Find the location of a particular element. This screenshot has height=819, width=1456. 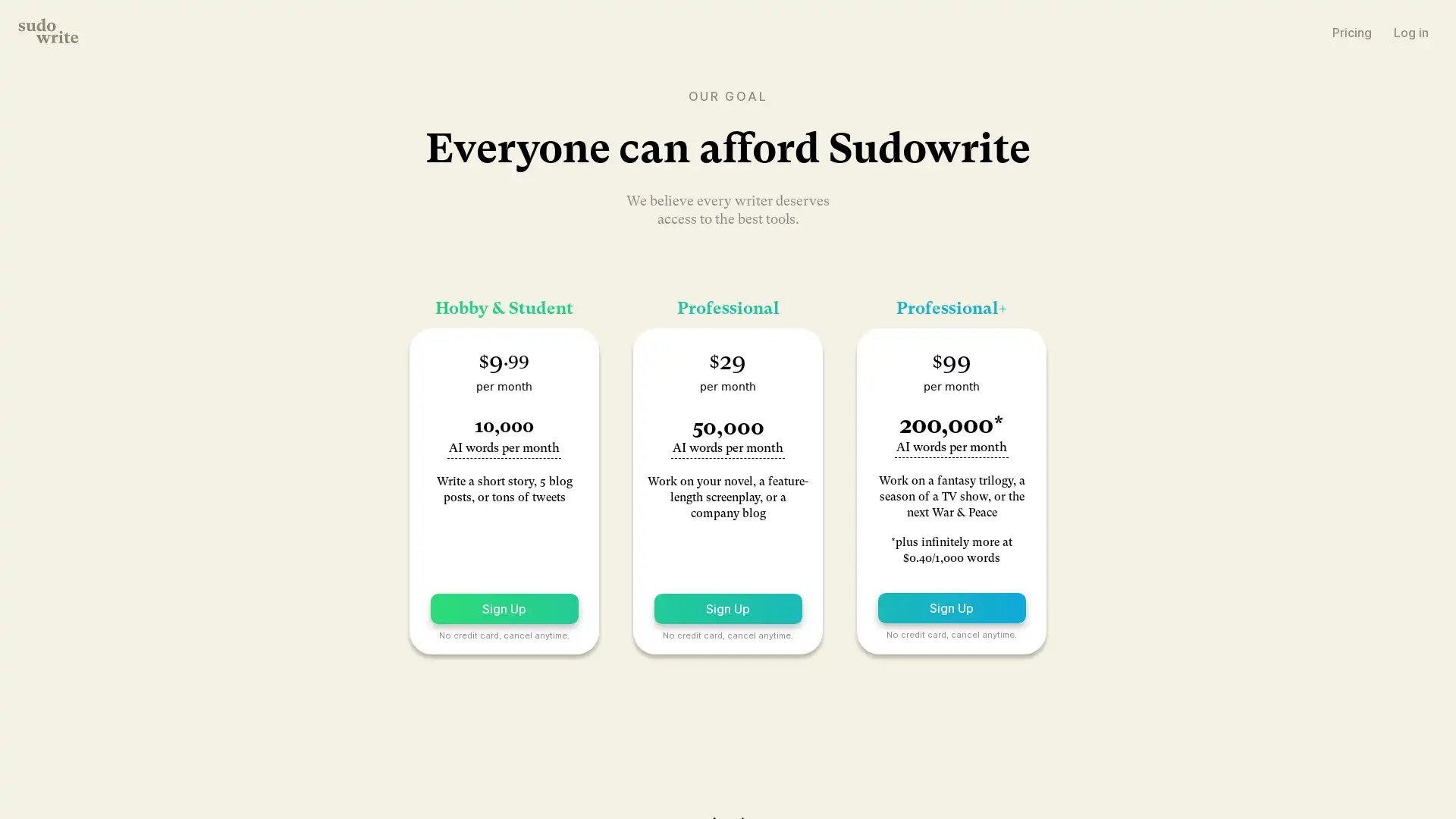

Sign Up is located at coordinates (504, 607).